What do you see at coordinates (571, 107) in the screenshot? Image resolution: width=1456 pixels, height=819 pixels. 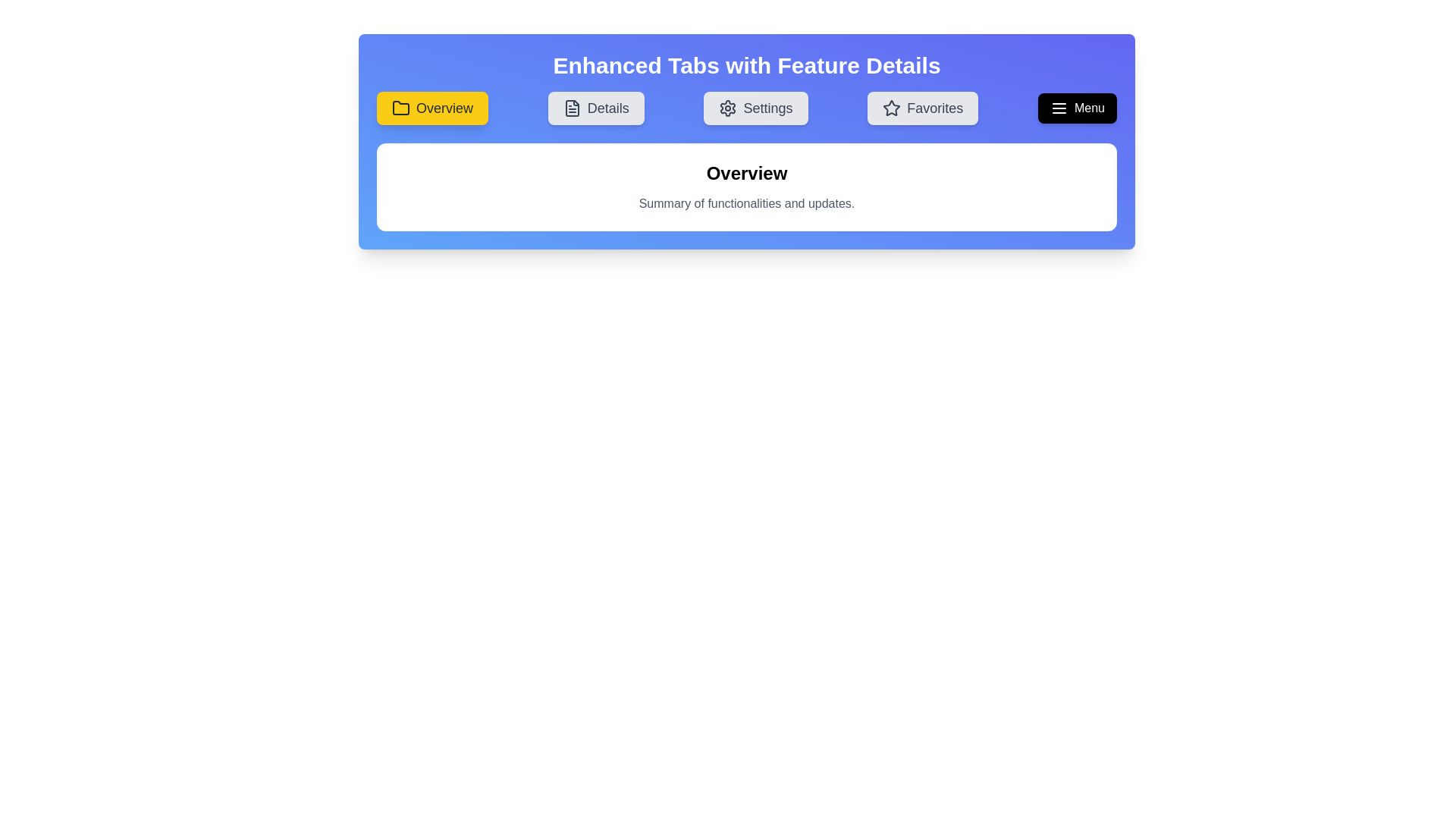 I see `the rectangular icon resembling a document or file within the second button from the left in the horizontal navigation bar under 'Enhanced Tabs with Feature Details'` at bounding box center [571, 107].